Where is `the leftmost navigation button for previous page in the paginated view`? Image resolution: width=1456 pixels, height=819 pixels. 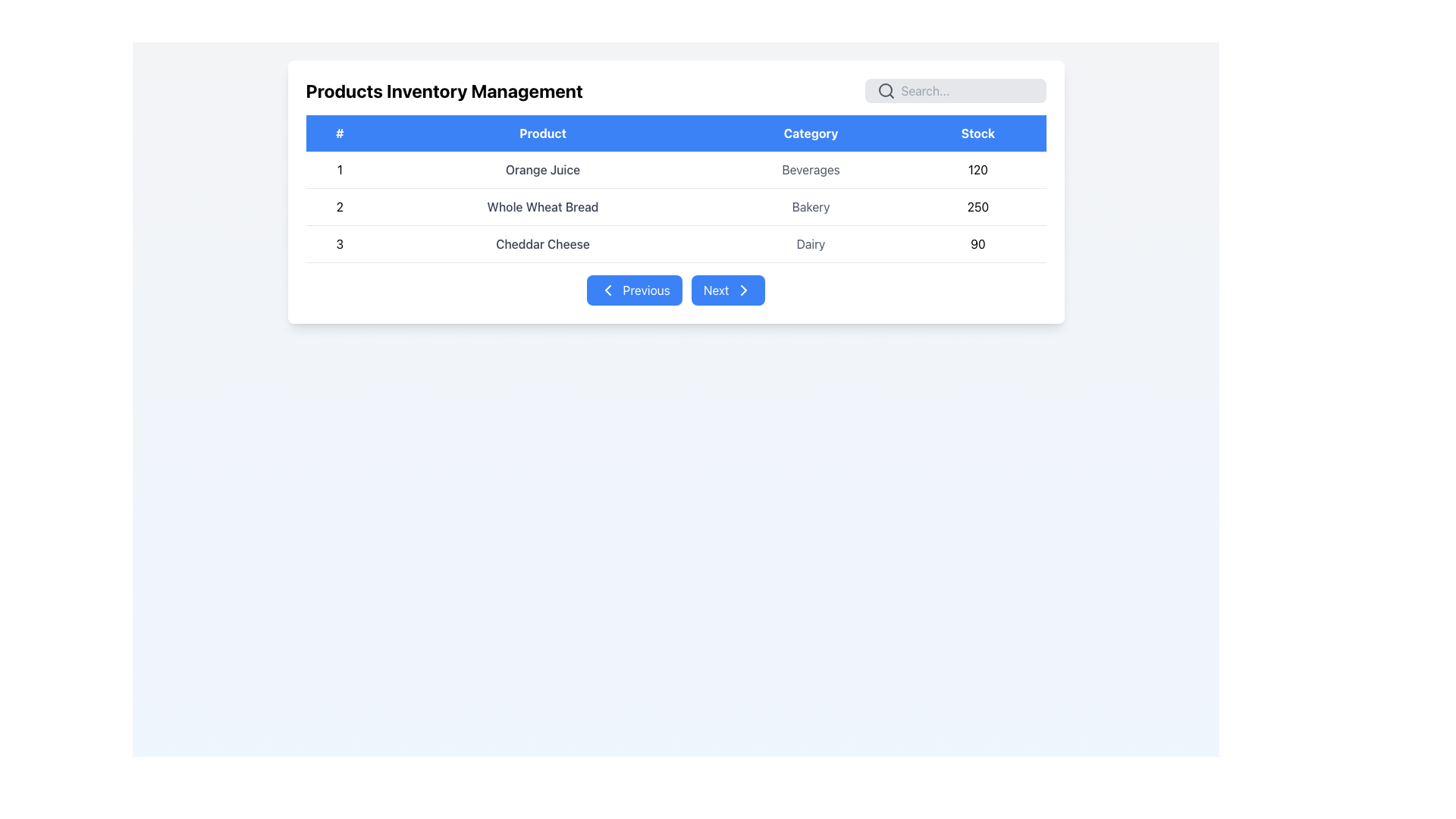 the leftmost navigation button for previous page in the paginated view is located at coordinates (634, 290).